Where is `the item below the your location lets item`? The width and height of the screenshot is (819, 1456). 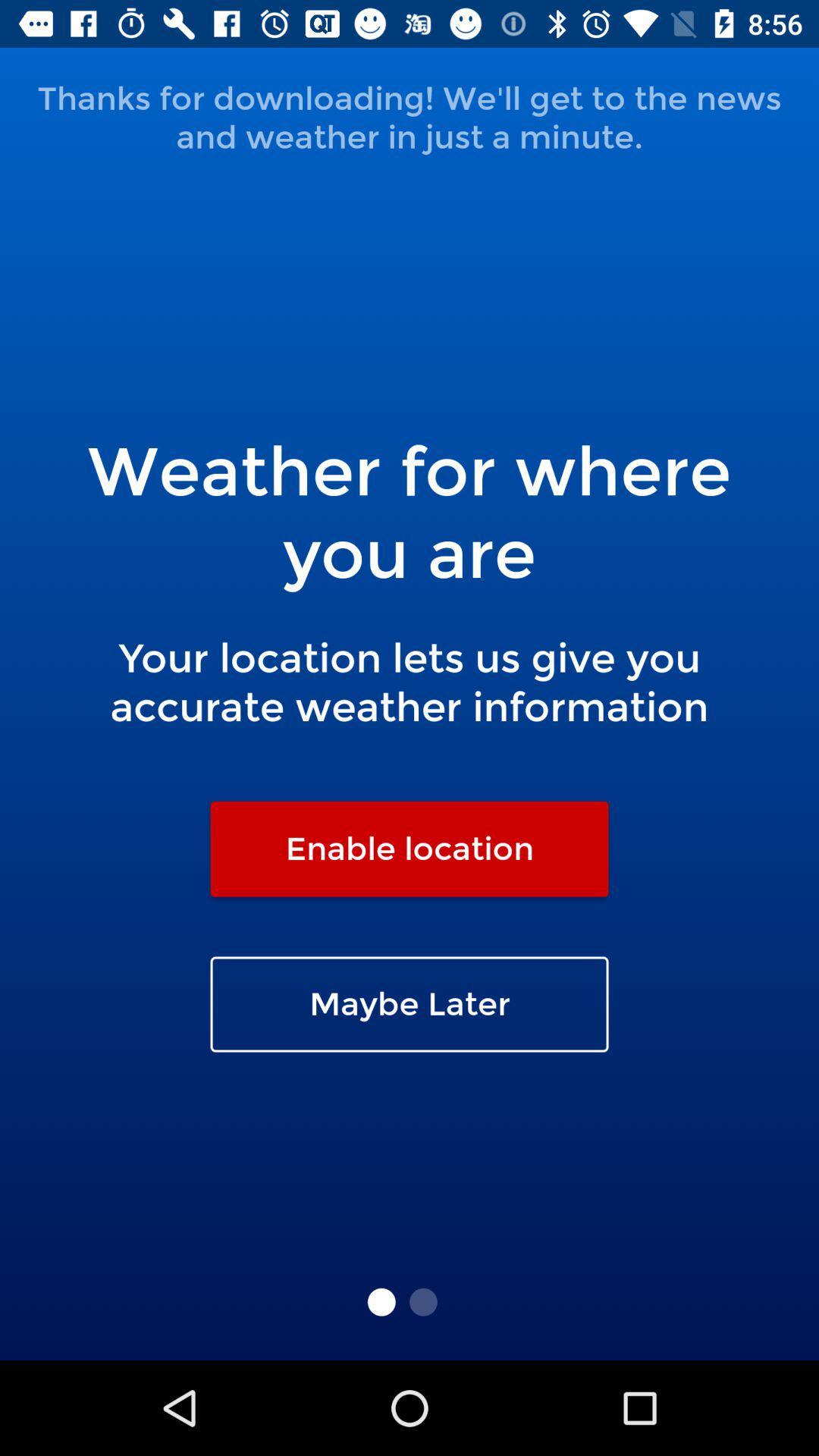 the item below the your location lets item is located at coordinates (409, 848).